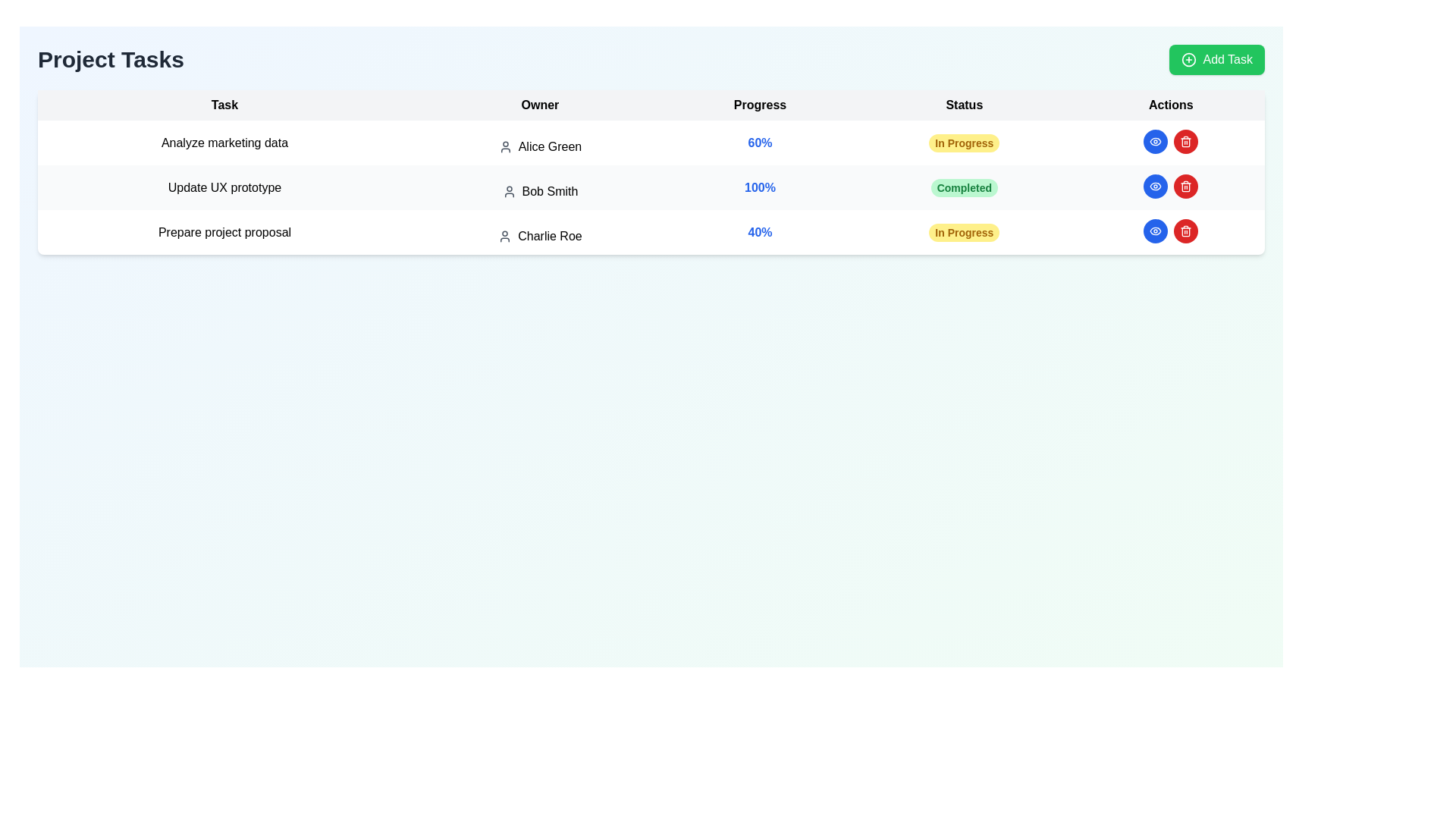  Describe the element at coordinates (540, 146) in the screenshot. I see `the user icon text in the 'Owner' column of the first row` at that location.